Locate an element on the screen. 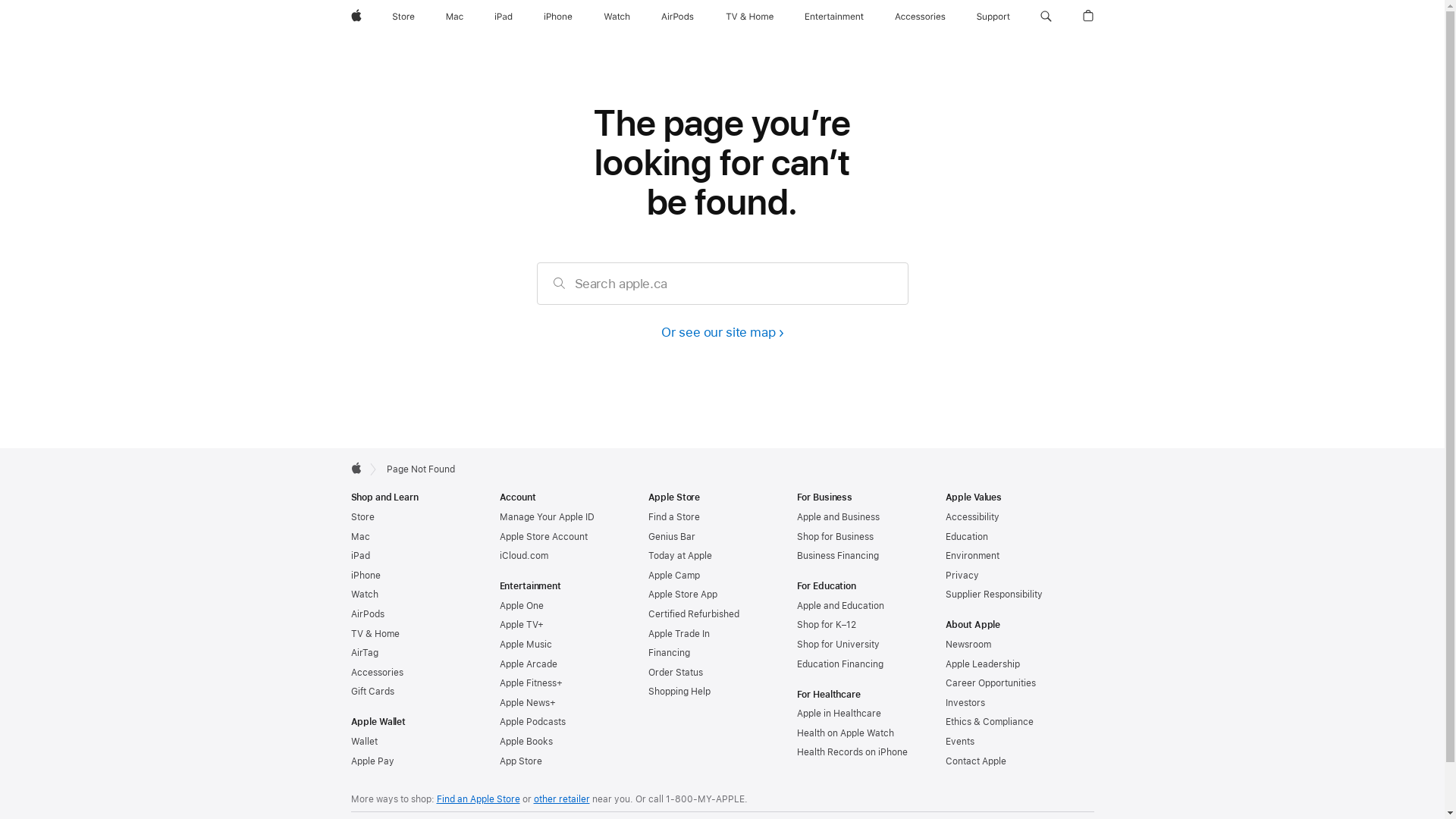 The image size is (1456, 819). 'Education' is located at coordinates (944, 536).